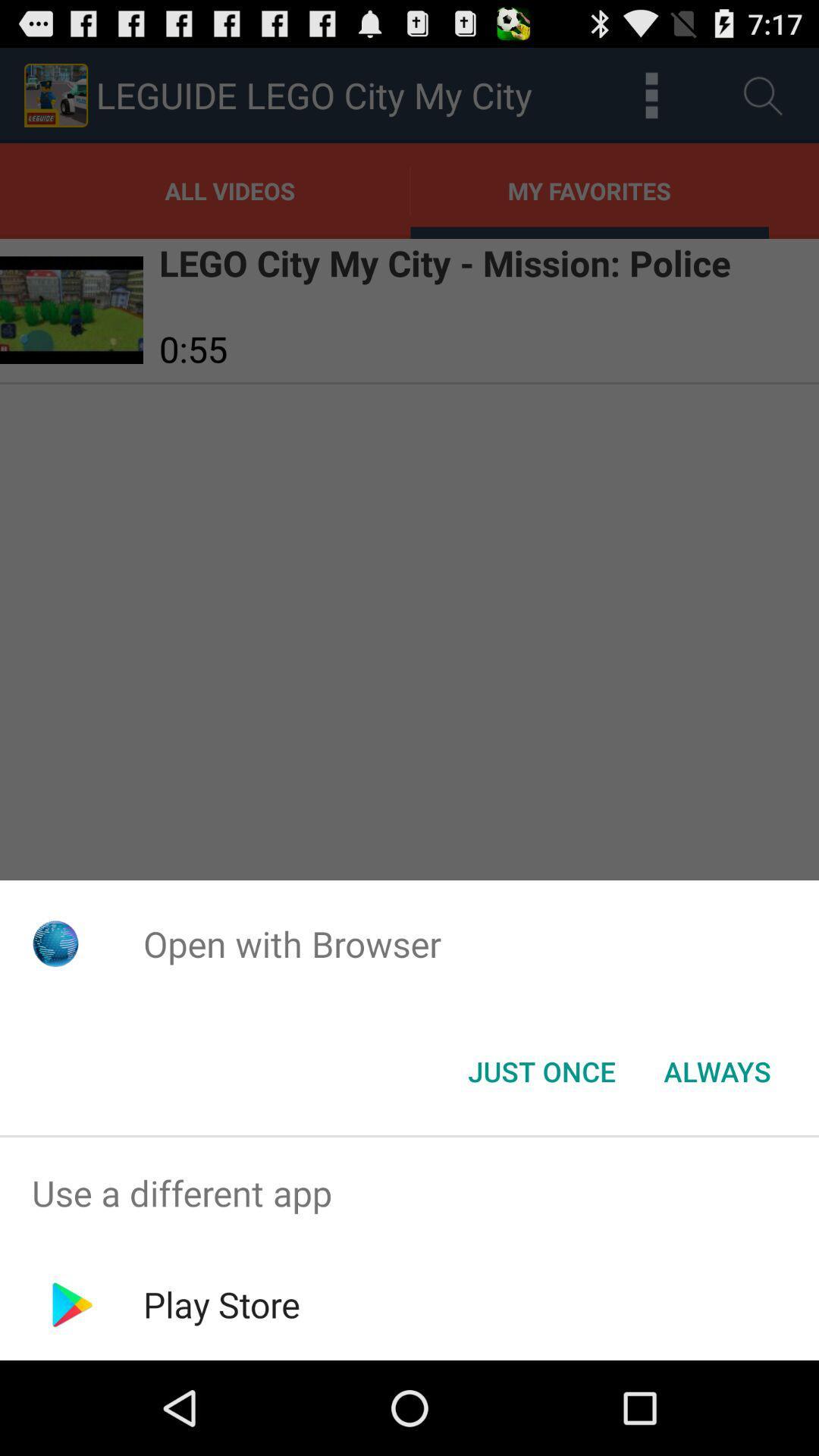  What do you see at coordinates (541, 1070) in the screenshot?
I see `the icon to the left of always` at bounding box center [541, 1070].